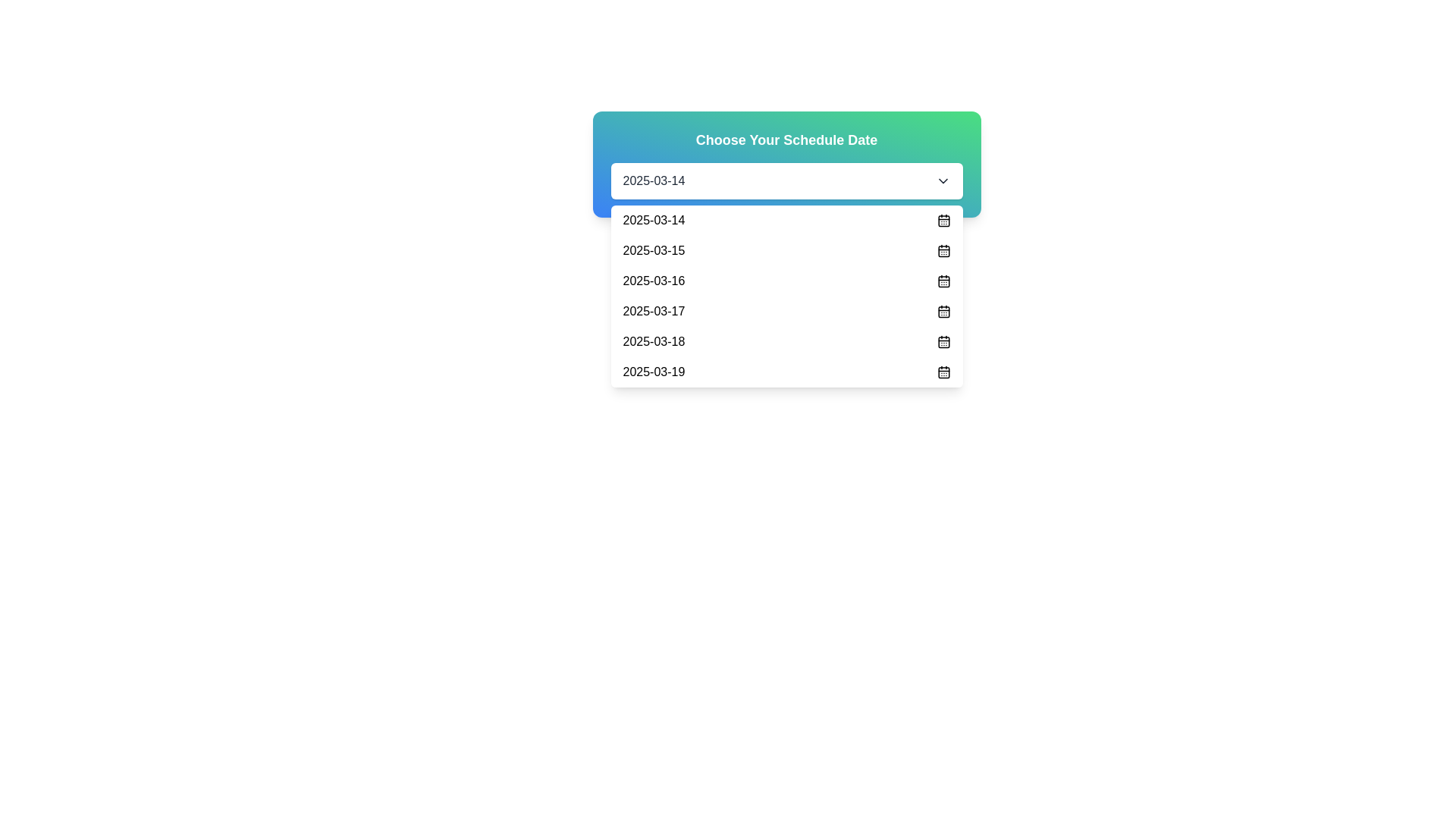  Describe the element at coordinates (786, 220) in the screenshot. I see `the selectable dropdown option displaying the date '2025-03-14'` at that location.